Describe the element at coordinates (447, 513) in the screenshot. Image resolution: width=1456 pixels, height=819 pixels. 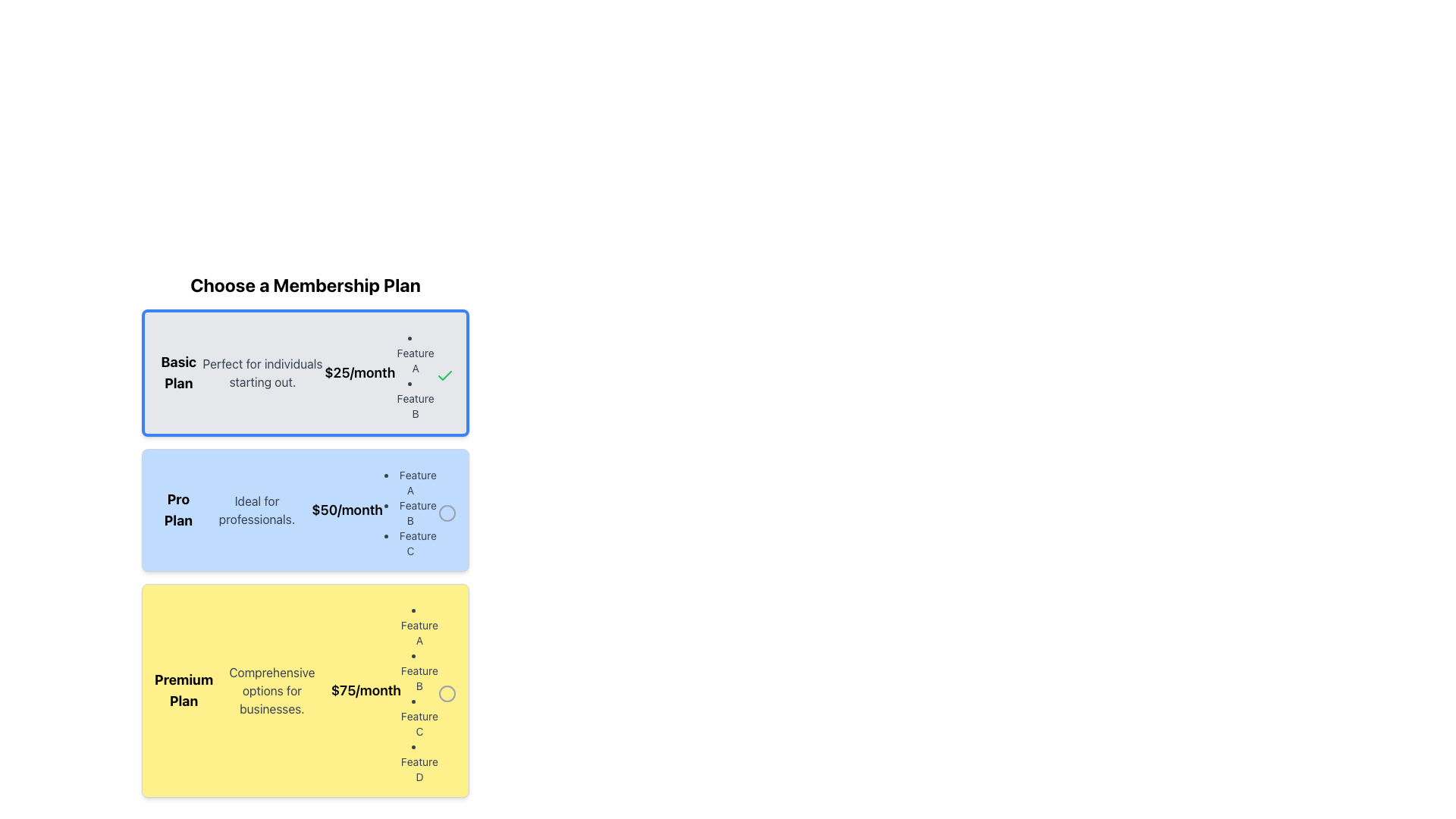
I see `the small circular icon with a gray outline and a transparent center, located next to the bullet point labeled 'Feature B' in the blue background Pro Plan card` at that location.